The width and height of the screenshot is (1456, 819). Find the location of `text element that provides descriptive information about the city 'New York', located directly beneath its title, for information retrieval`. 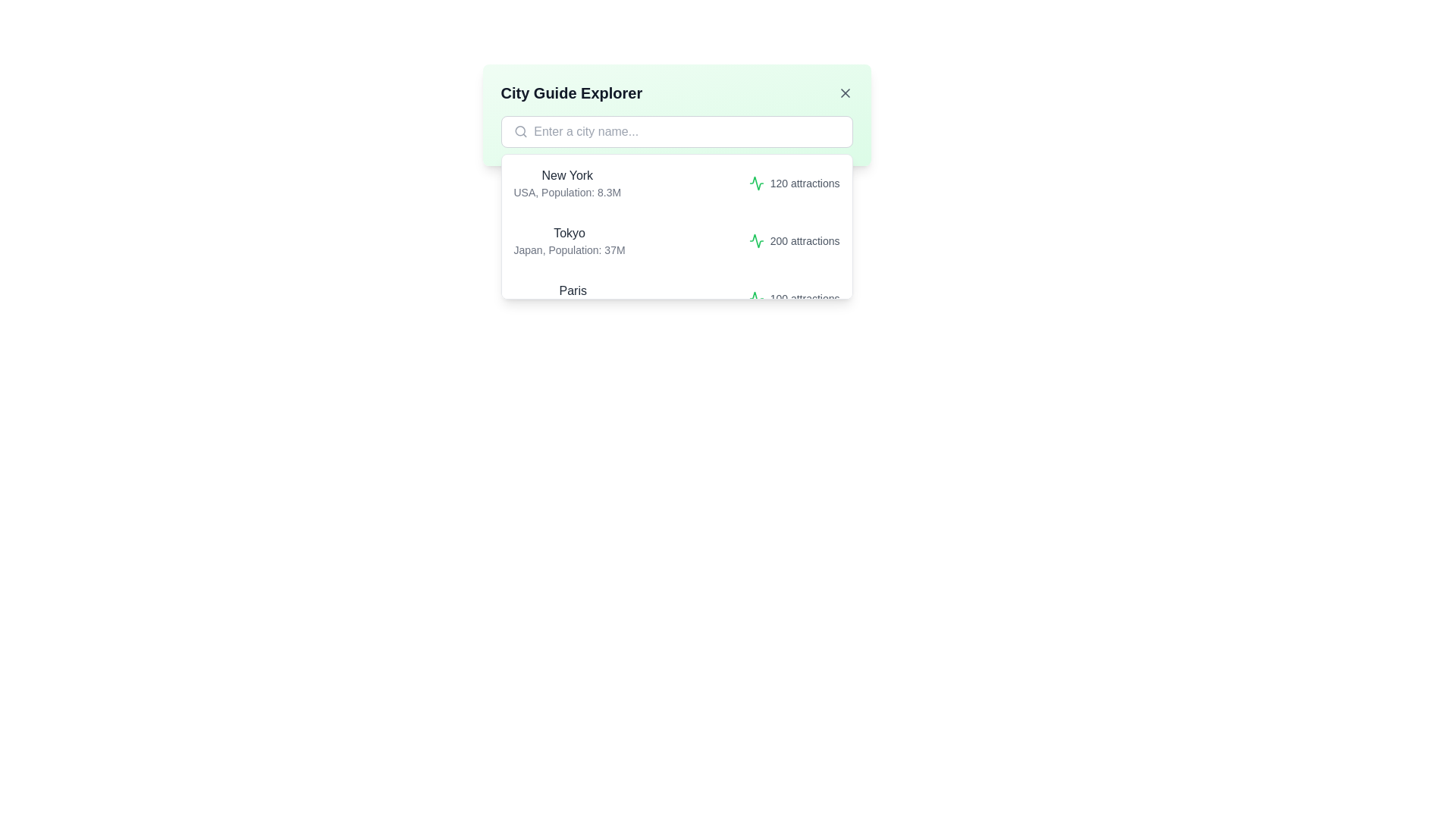

text element that provides descriptive information about the city 'New York', located directly beneath its title, for information retrieval is located at coordinates (566, 192).